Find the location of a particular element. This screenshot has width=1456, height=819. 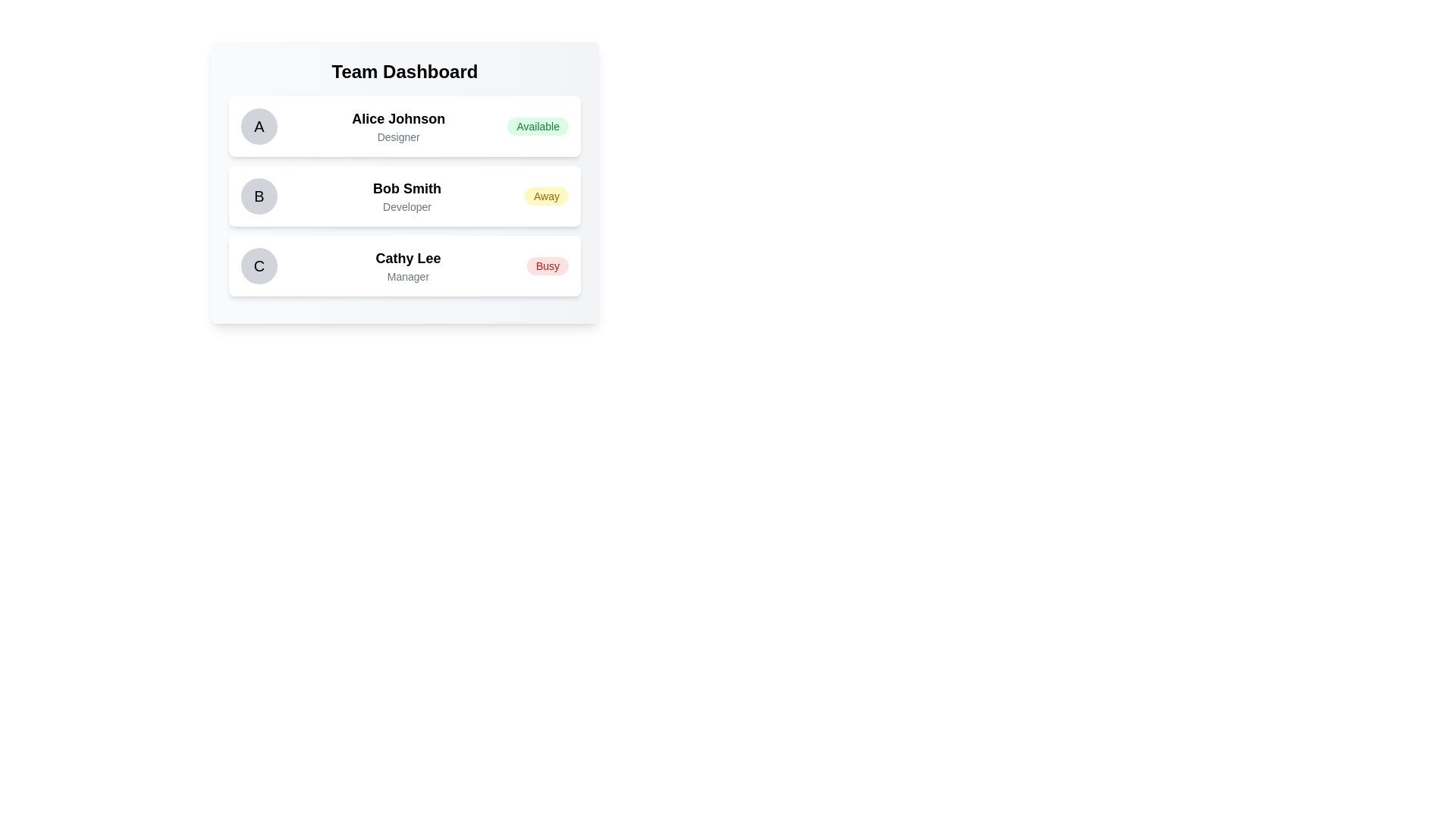

the 'Busy' status label for Cathy Lee, Manager, located at the far right of the row is located at coordinates (547, 265).